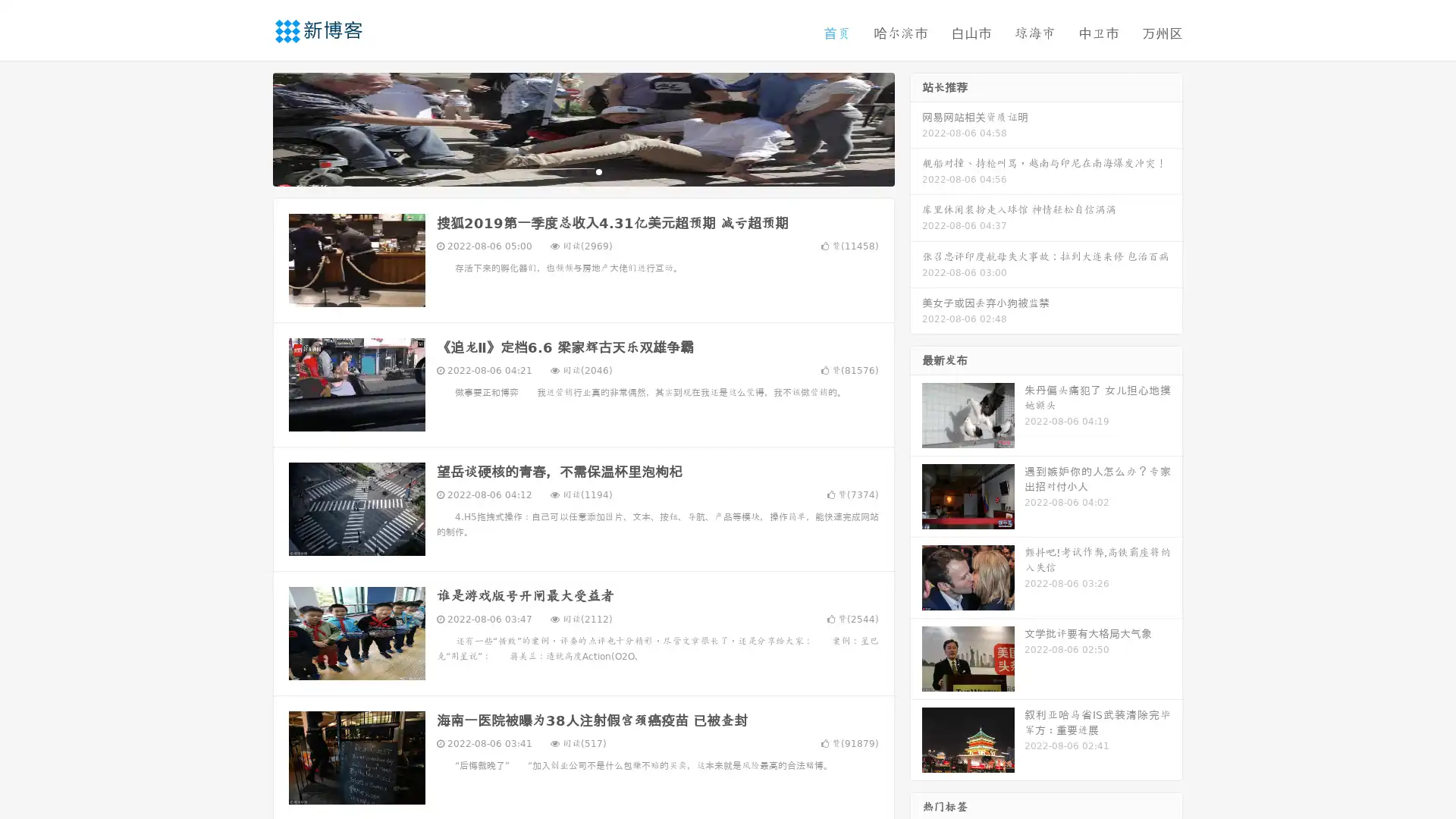 The width and height of the screenshot is (1456, 819). Describe the element at coordinates (567, 171) in the screenshot. I see `Go to slide 1` at that location.